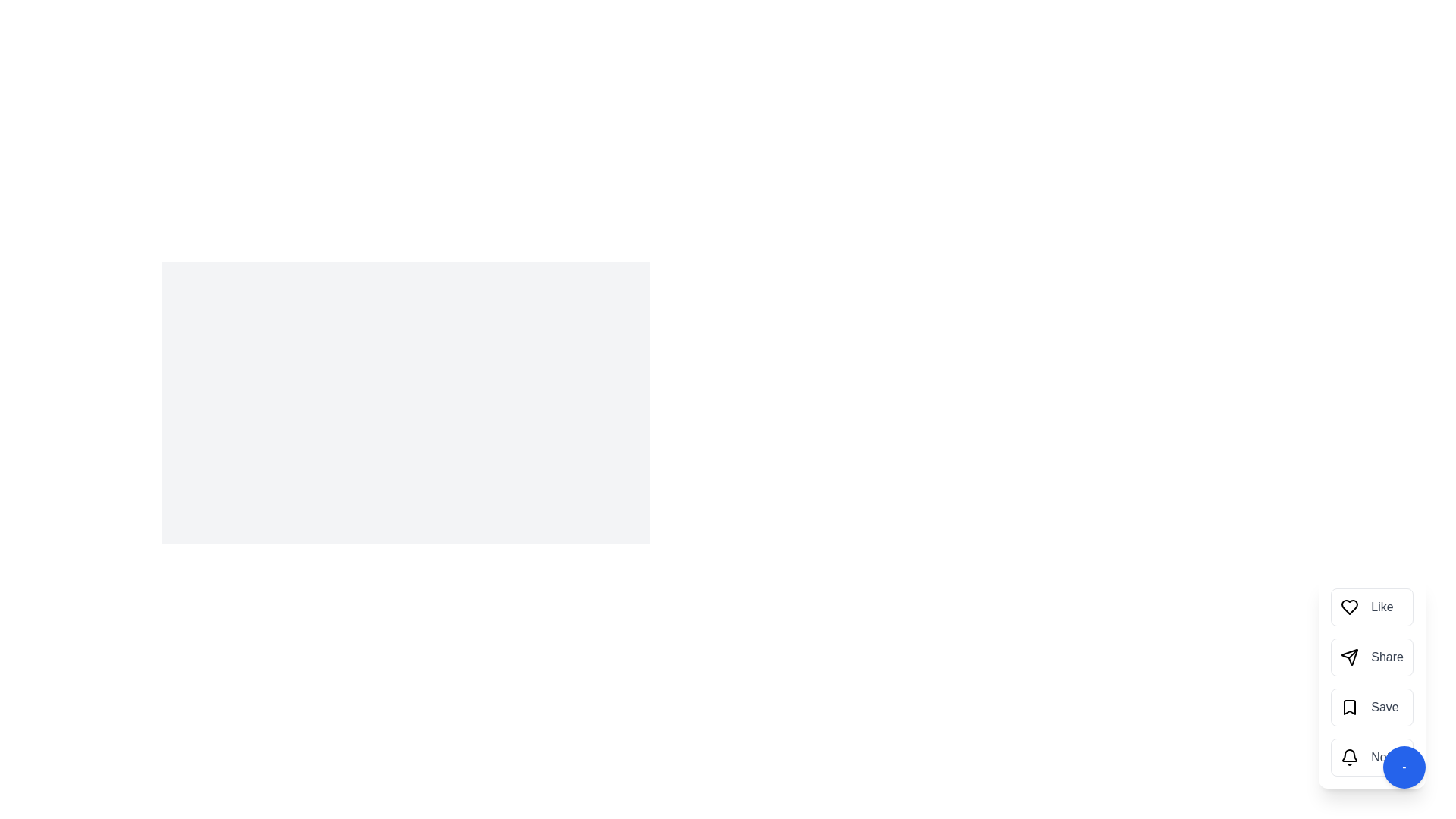  I want to click on the bookmark icon, which is the third button in the vertical list of buttons located at the bottom-right corner of the interface, so click(1350, 708).